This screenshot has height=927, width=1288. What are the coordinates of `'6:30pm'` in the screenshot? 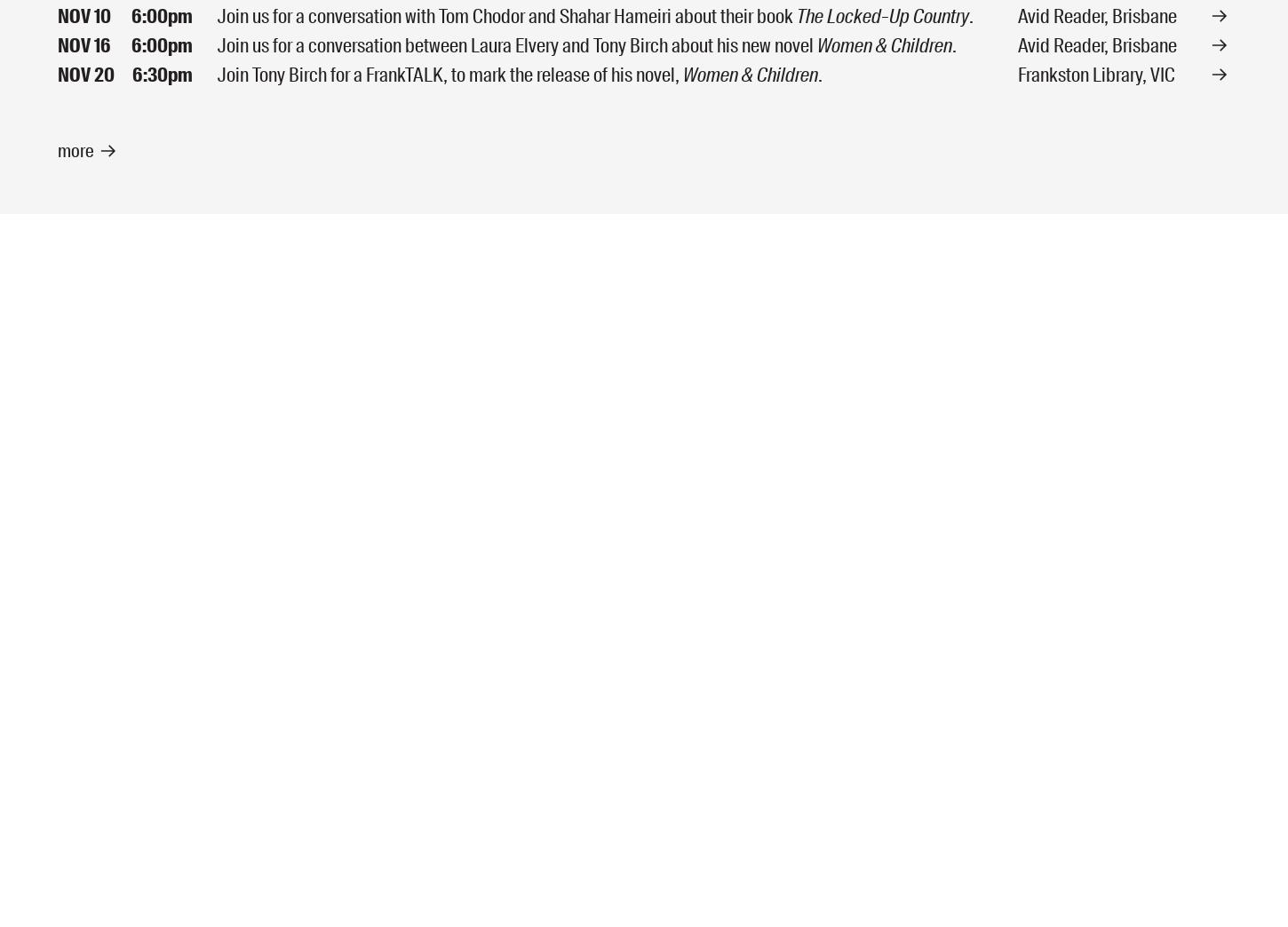 It's located at (161, 74).